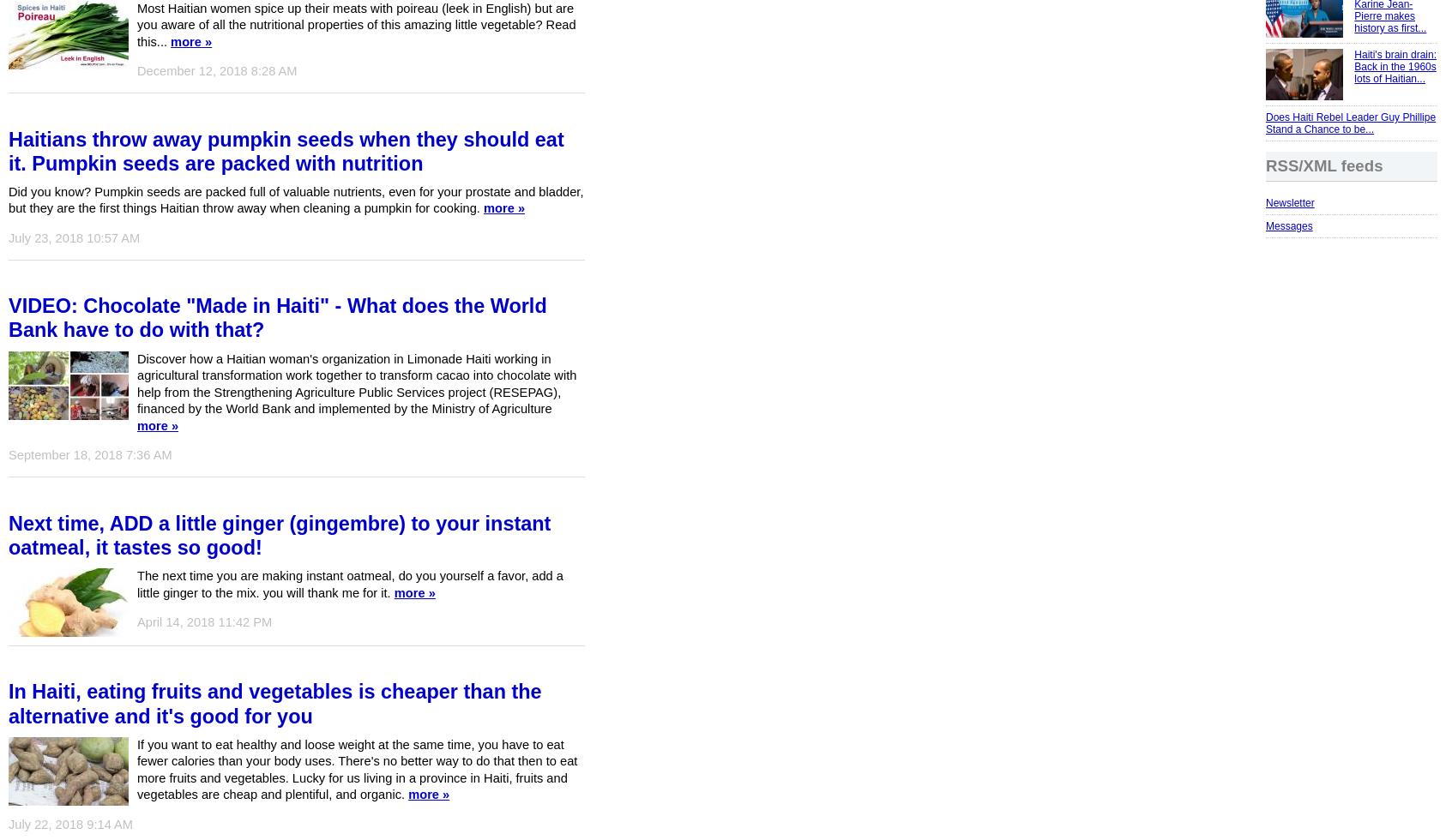 This screenshot has height=840, width=1446. I want to click on 'In Haiti, eating fruits and vegetables is cheaper than the alternative and it's good for you', so click(274, 704).